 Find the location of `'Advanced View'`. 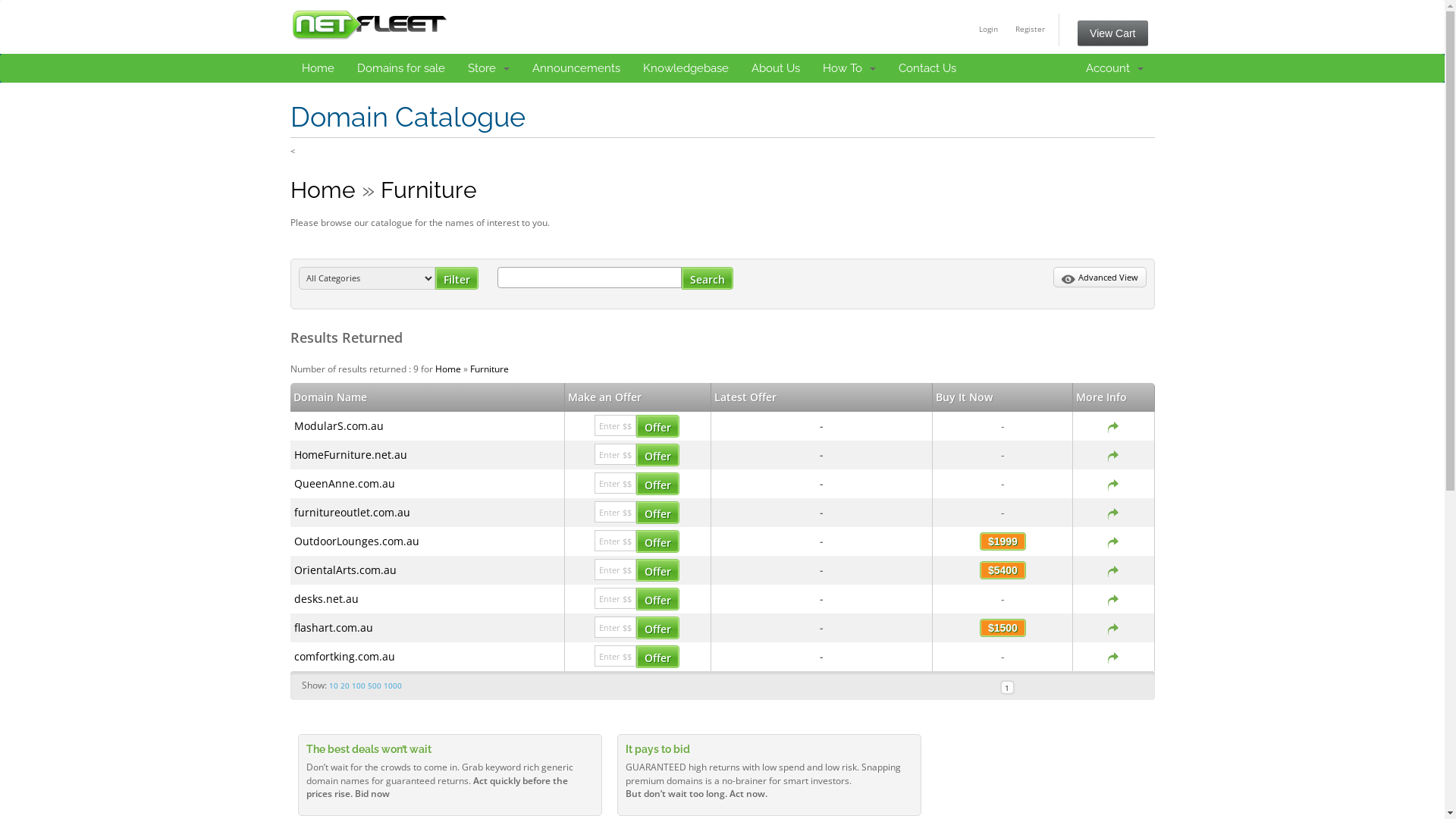

'Advanced View' is located at coordinates (1099, 278).